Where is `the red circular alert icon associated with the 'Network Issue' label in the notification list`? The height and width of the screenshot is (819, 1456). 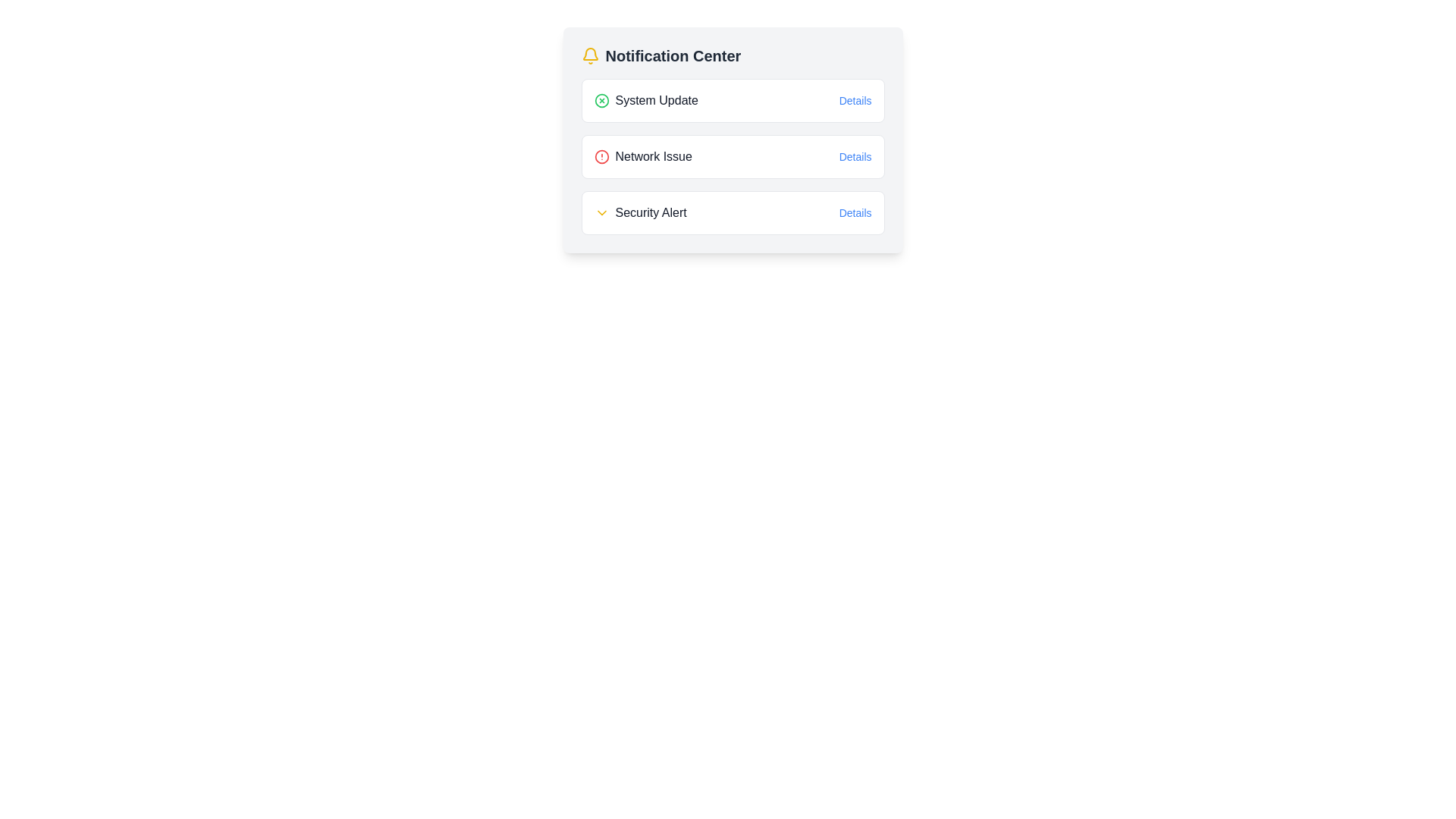 the red circular alert icon associated with the 'Network Issue' label in the notification list is located at coordinates (601, 157).